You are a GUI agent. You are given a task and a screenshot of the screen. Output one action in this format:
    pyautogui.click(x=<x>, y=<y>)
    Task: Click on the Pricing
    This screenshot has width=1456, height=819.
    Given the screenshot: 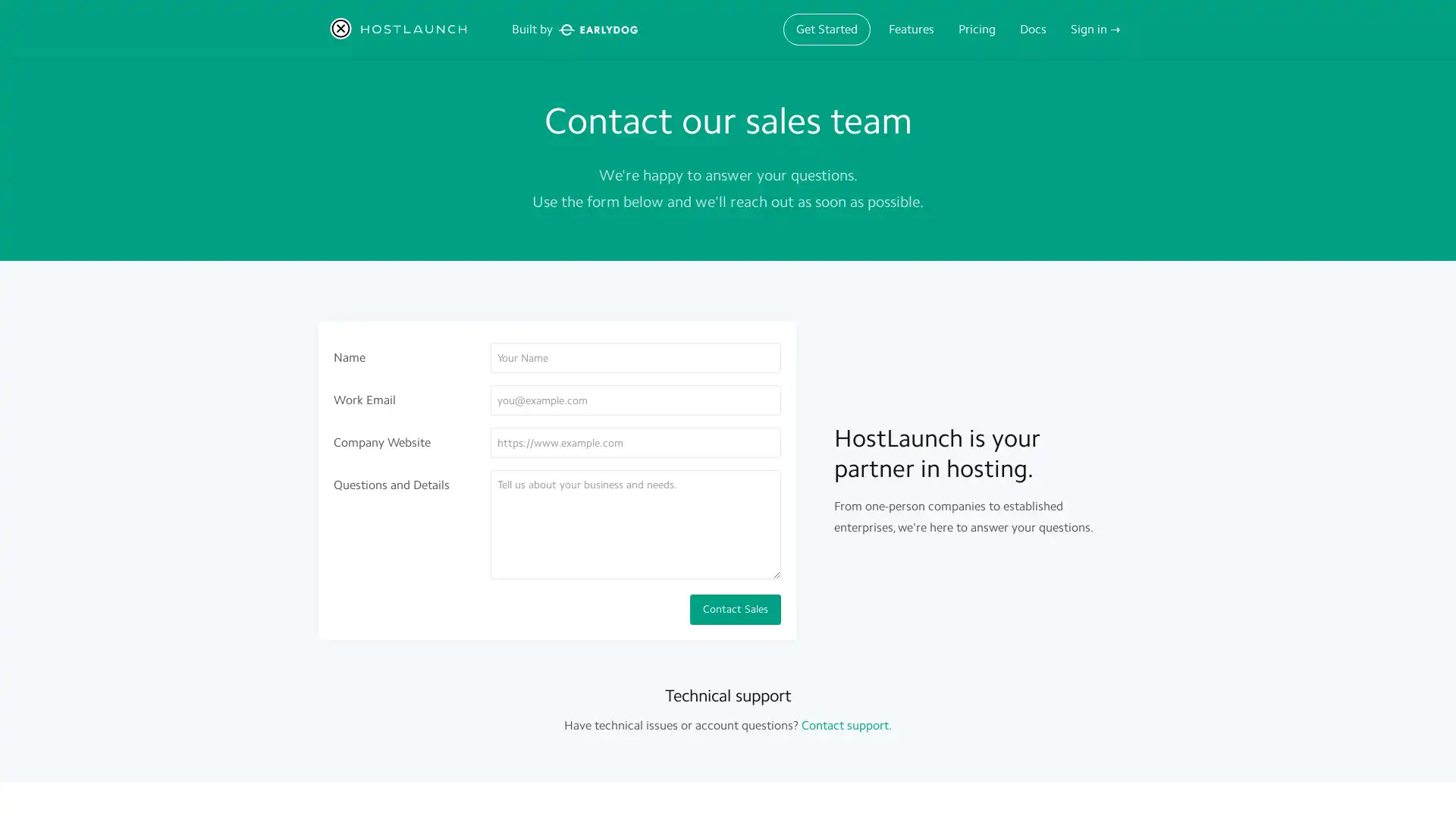 What is the action you would take?
    pyautogui.click(x=977, y=29)
    